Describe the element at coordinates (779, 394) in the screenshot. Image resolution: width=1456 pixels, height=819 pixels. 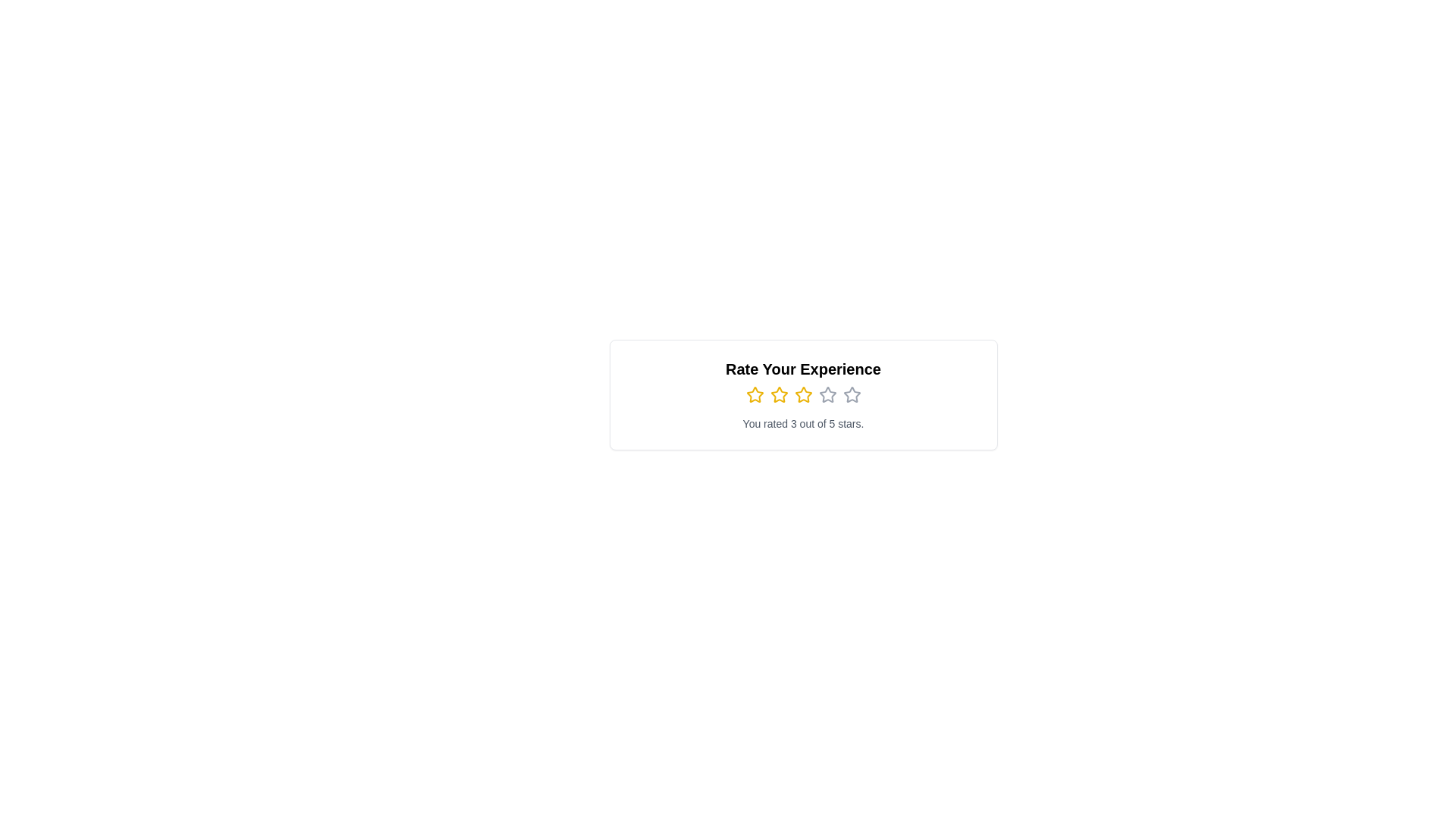
I see `the third star in the 5-star rating system` at that location.